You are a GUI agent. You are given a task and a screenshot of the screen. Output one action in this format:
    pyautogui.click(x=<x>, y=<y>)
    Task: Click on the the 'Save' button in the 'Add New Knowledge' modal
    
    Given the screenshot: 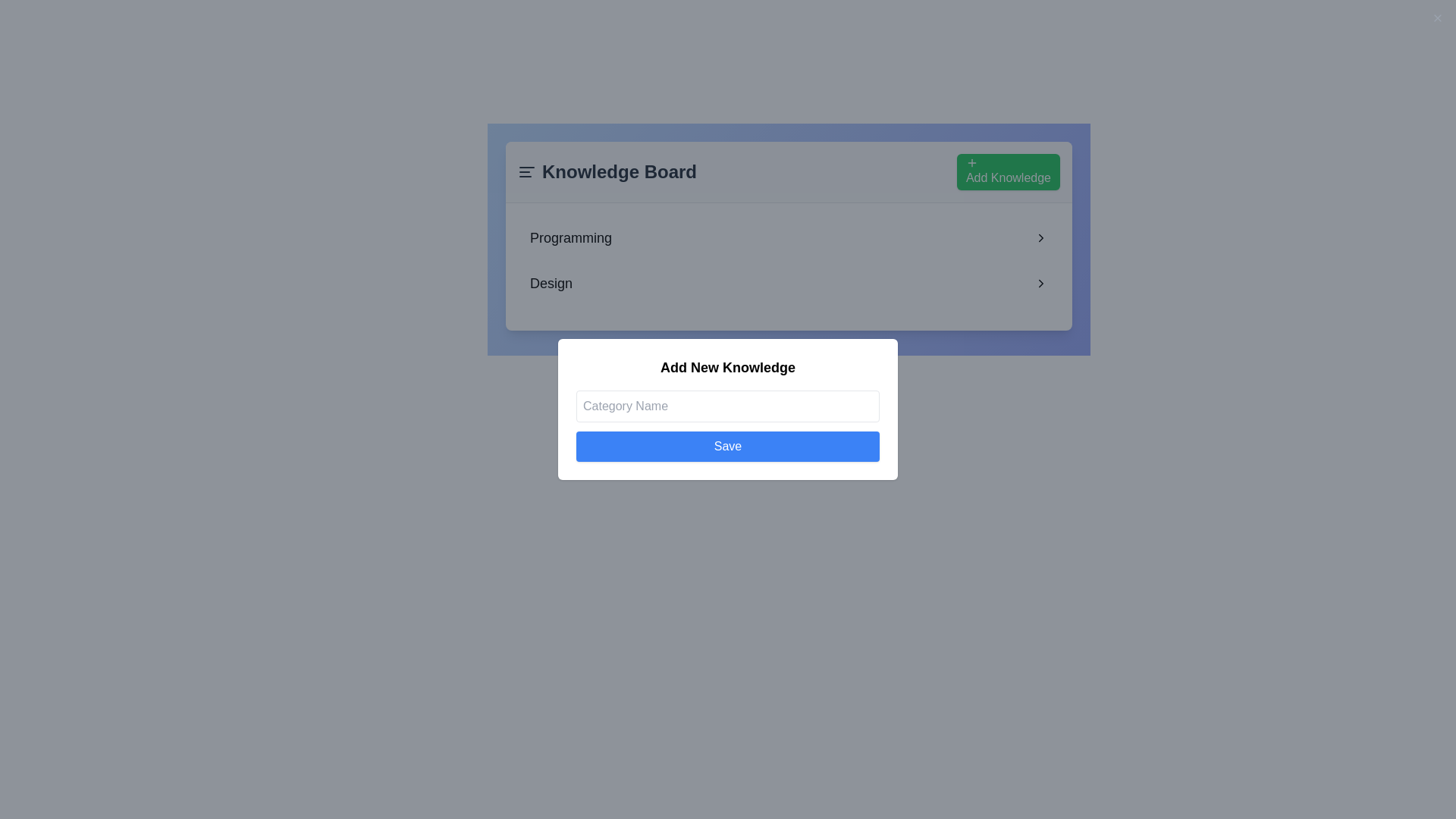 What is the action you would take?
    pyautogui.click(x=728, y=426)
    